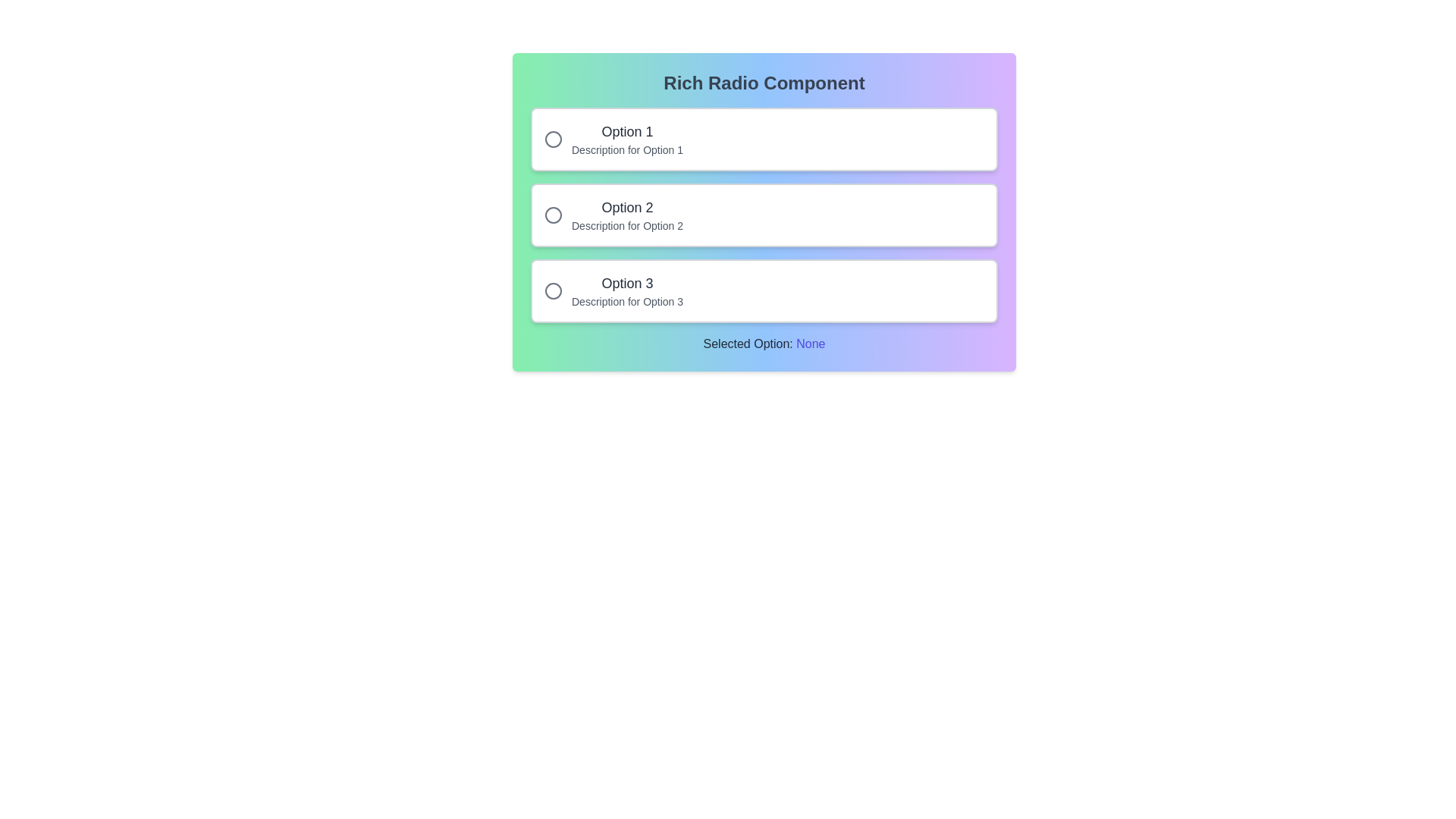 This screenshot has height=819, width=1456. What do you see at coordinates (764, 291) in the screenshot?
I see `the third radio button option card in the vertically arranged group to observe hover effects` at bounding box center [764, 291].